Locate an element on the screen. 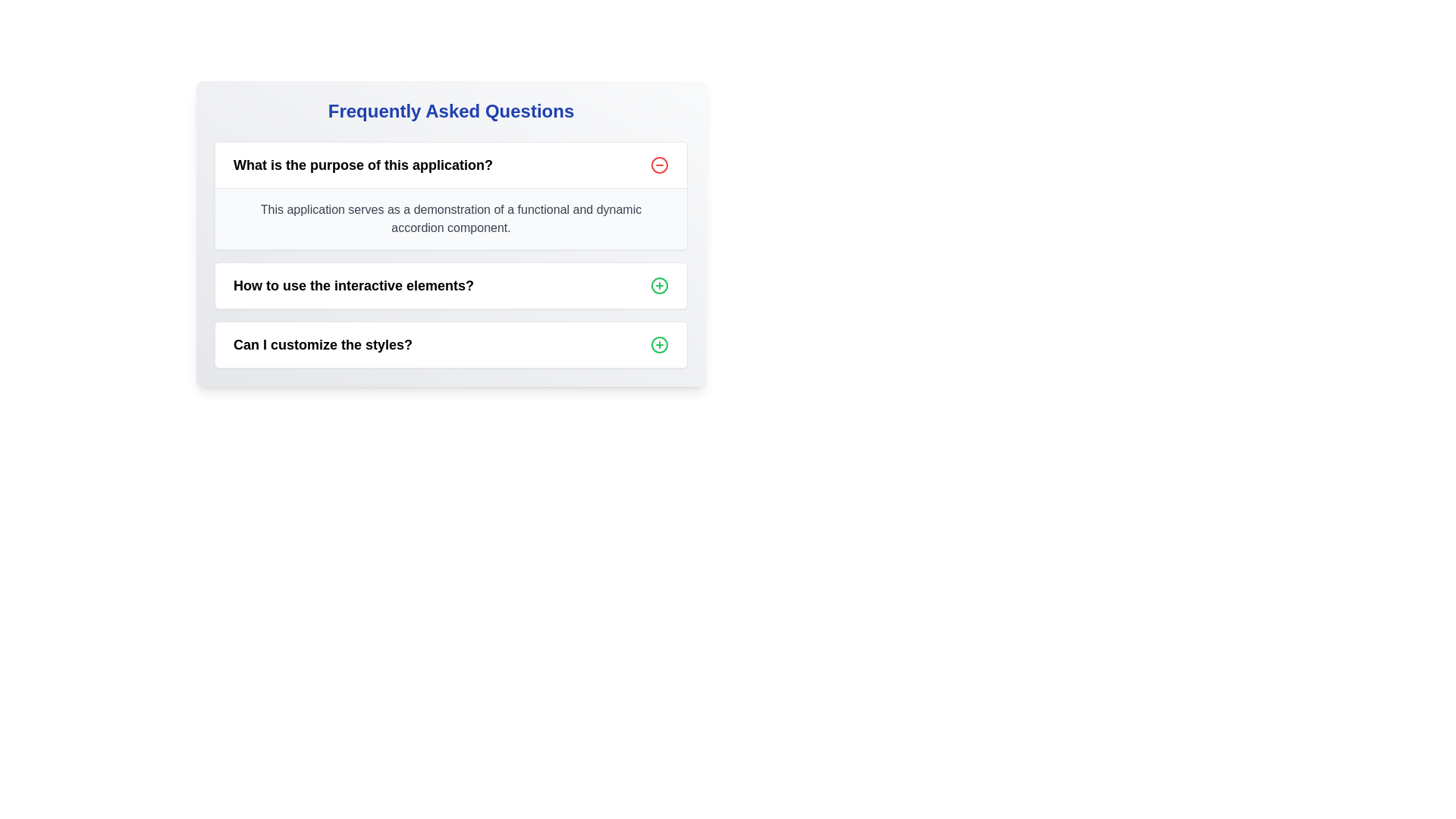 The width and height of the screenshot is (1456, 819). the Title text element, which serves as the header for the section above the question items, located at the top of a visually distinct white box with rounded corners is located at coordinates (450, 110).